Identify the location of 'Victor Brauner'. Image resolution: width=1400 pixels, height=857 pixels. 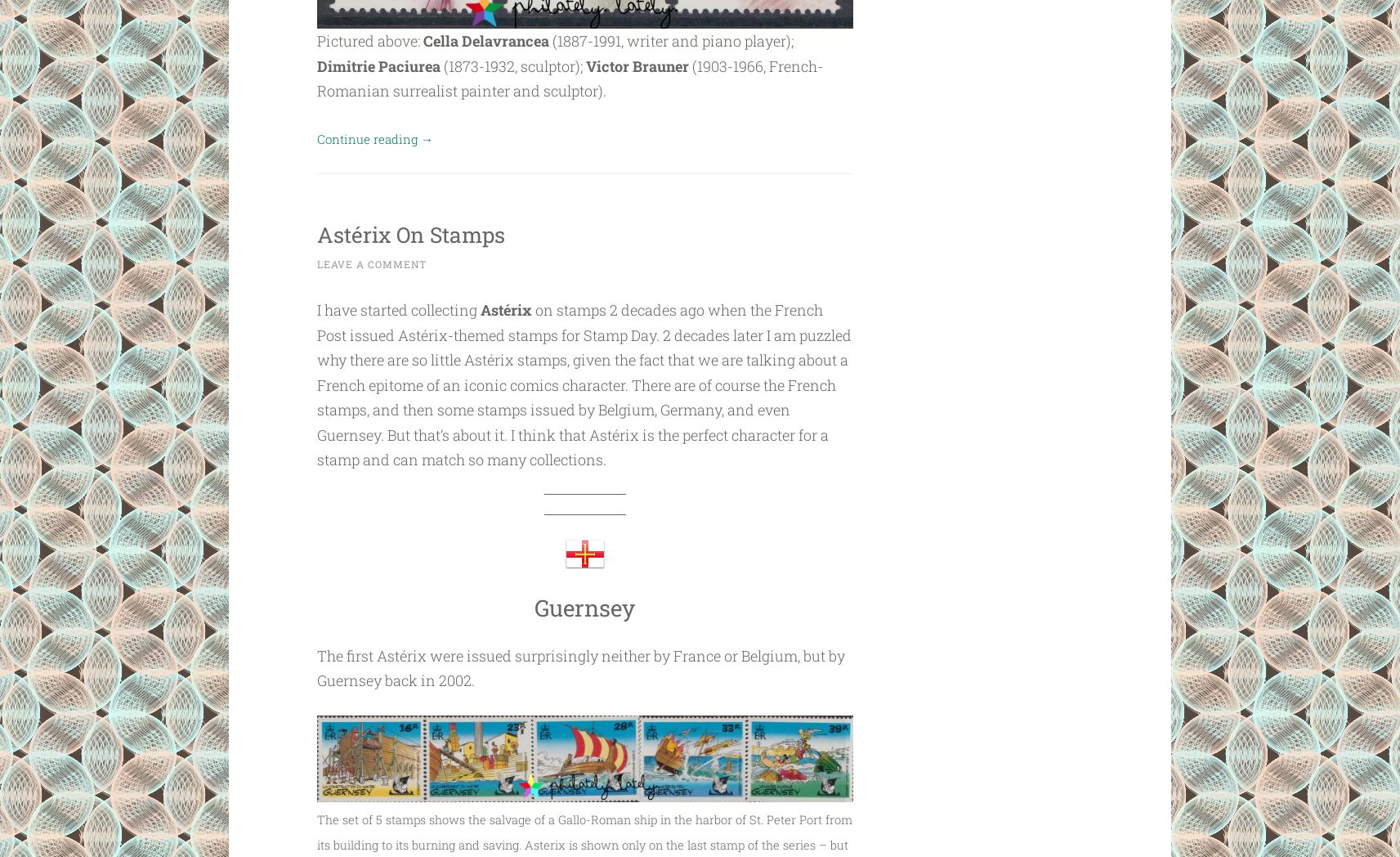
(636, 65).